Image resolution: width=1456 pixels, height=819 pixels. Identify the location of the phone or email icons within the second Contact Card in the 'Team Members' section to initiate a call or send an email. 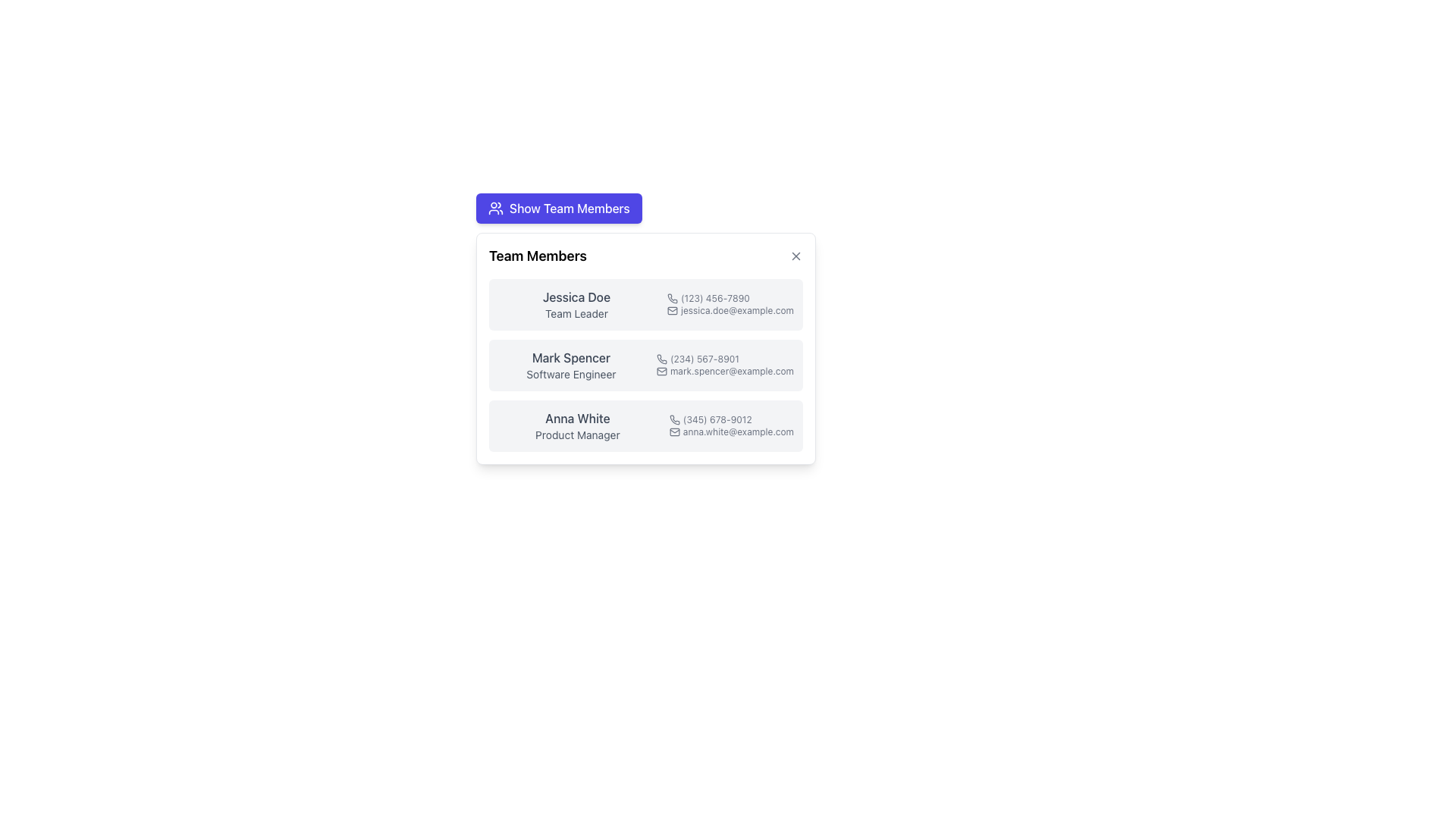
(645, 366).